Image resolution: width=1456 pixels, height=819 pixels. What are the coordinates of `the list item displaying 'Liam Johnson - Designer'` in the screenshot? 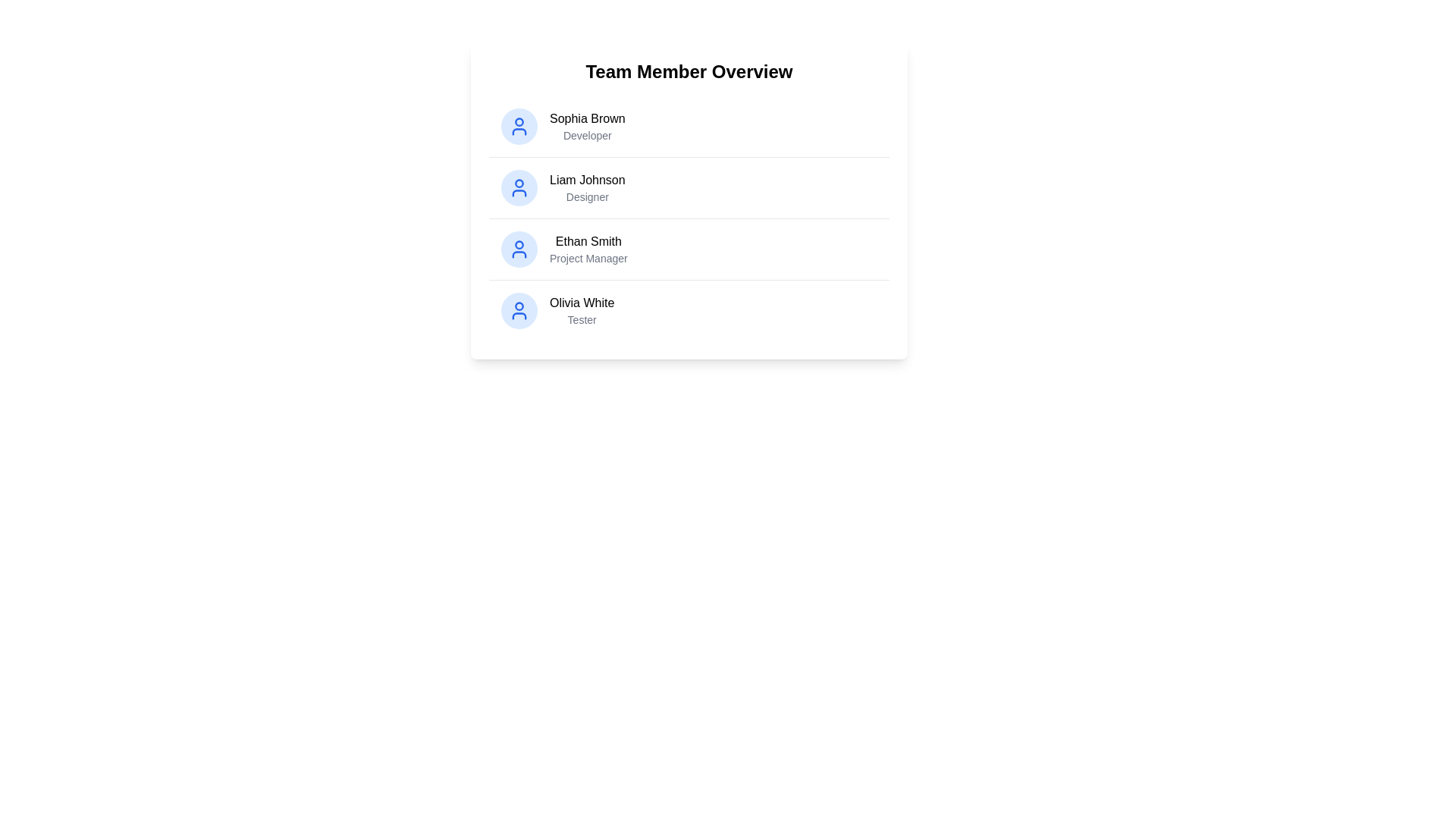 It's located at (562, 187).